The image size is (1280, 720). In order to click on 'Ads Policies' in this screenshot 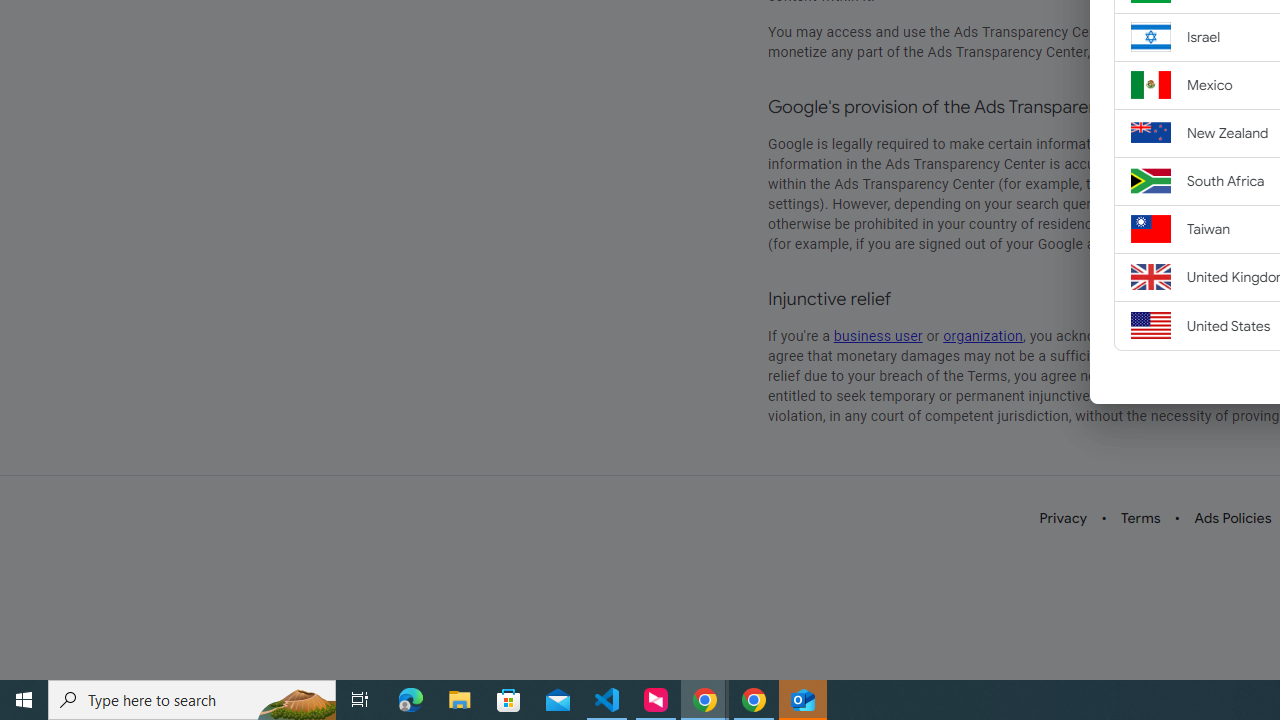, I will do `click(1232, 517)`.